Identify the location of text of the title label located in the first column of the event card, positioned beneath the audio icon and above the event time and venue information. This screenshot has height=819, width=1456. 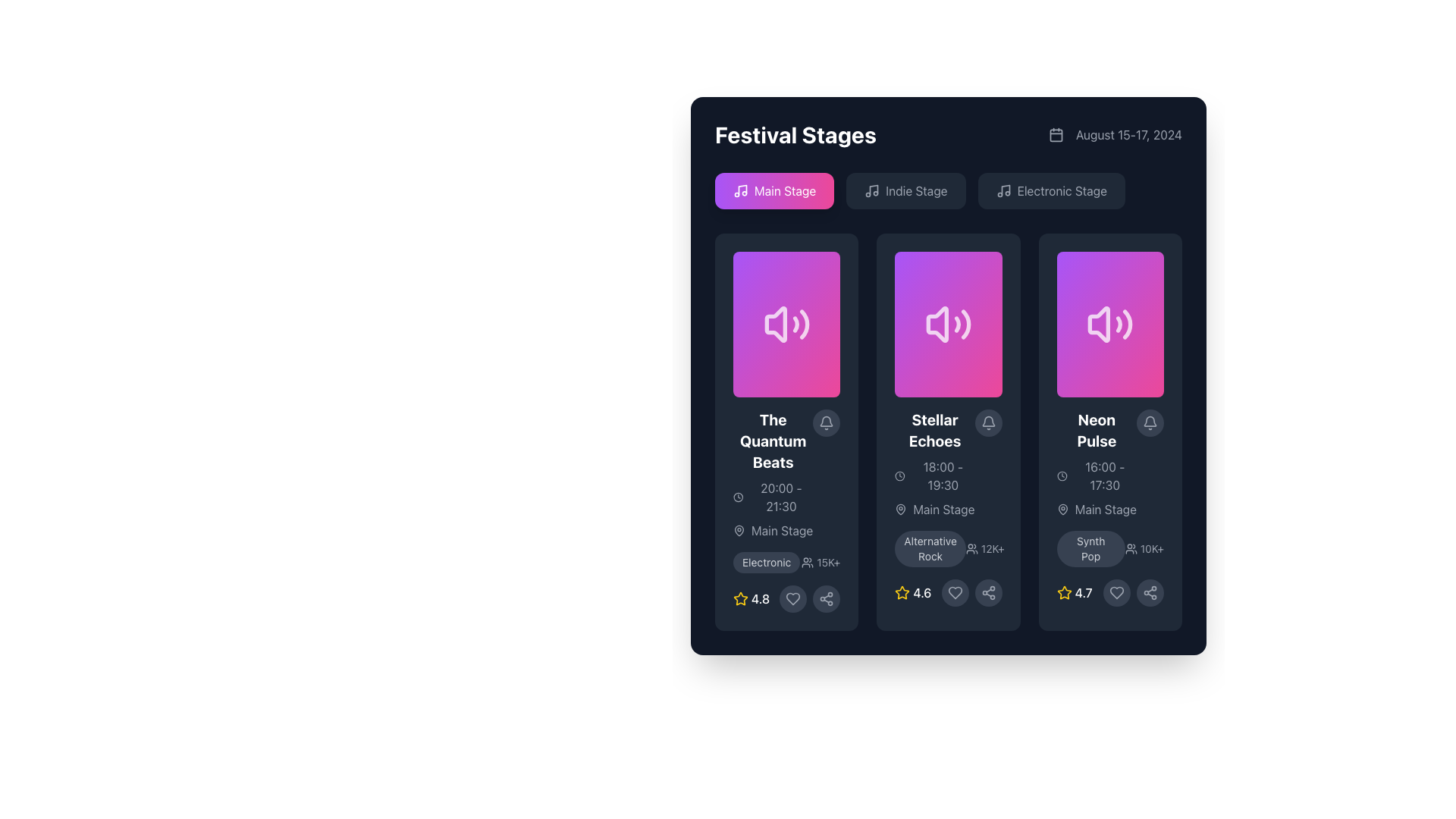
(773, 441).